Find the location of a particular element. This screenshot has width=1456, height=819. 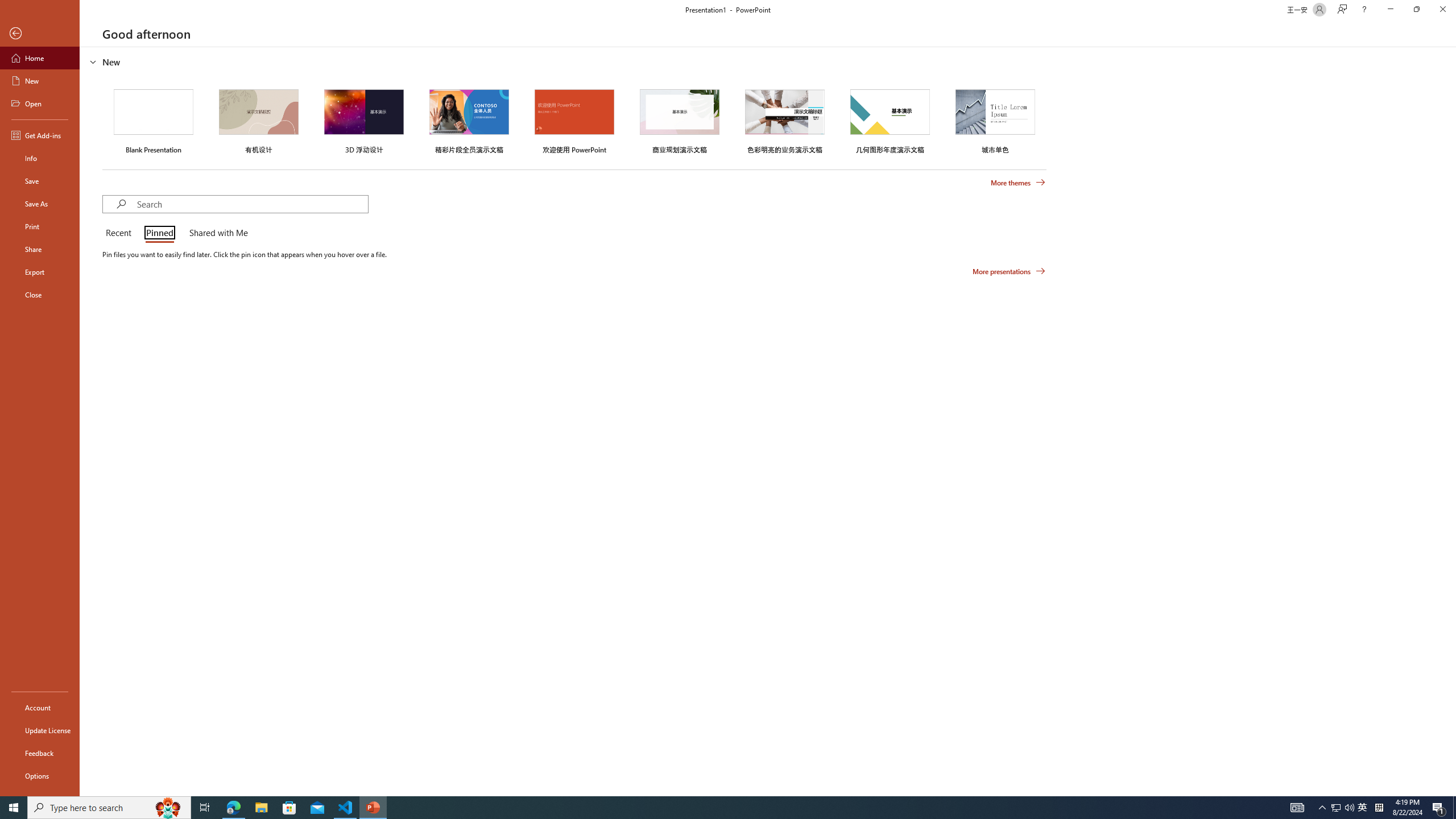

'Hide or show region' is located at coordinates (93, 61).